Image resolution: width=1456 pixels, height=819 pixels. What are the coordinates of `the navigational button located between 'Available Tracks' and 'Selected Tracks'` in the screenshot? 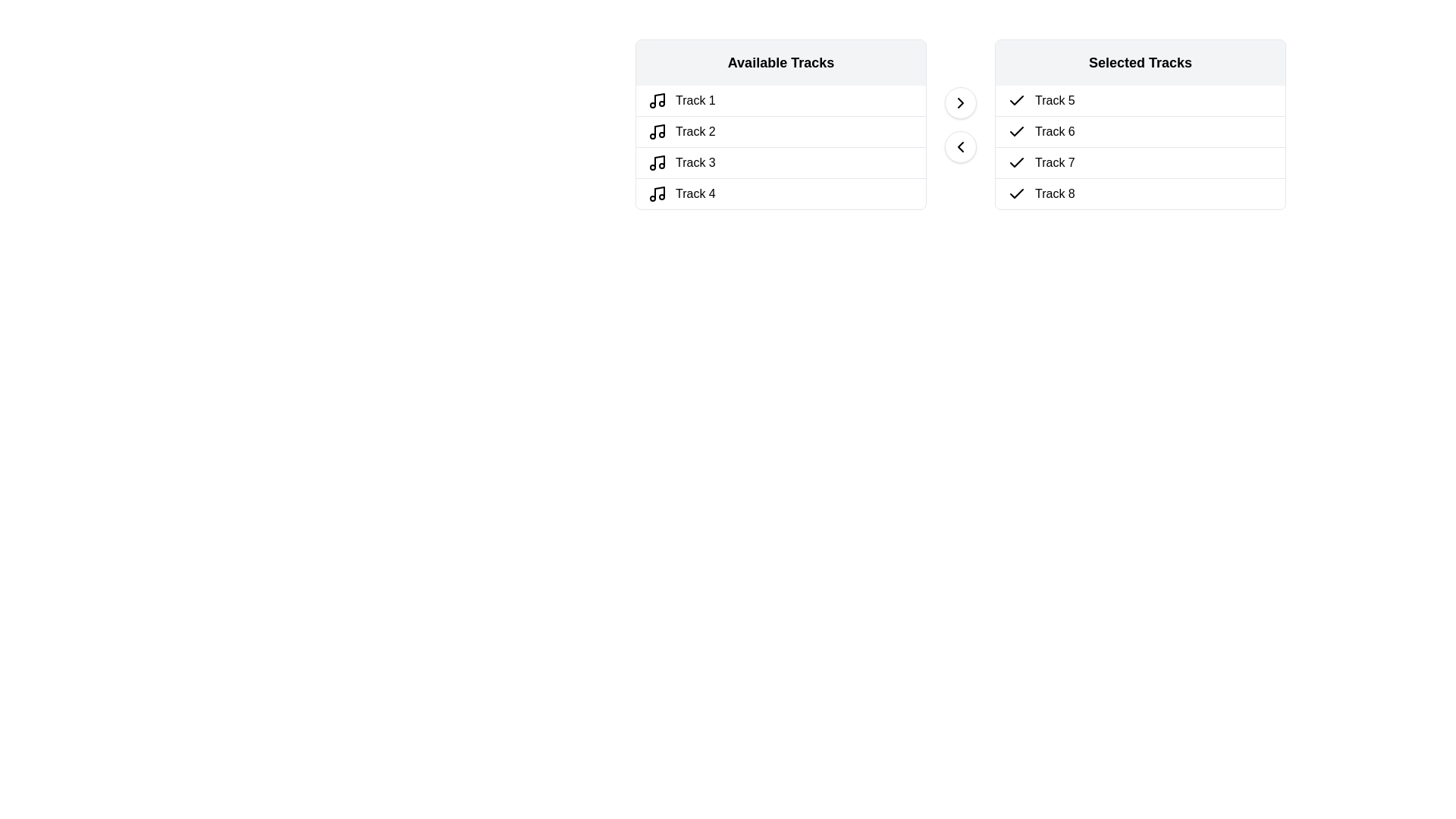 It's located at (960, 146).